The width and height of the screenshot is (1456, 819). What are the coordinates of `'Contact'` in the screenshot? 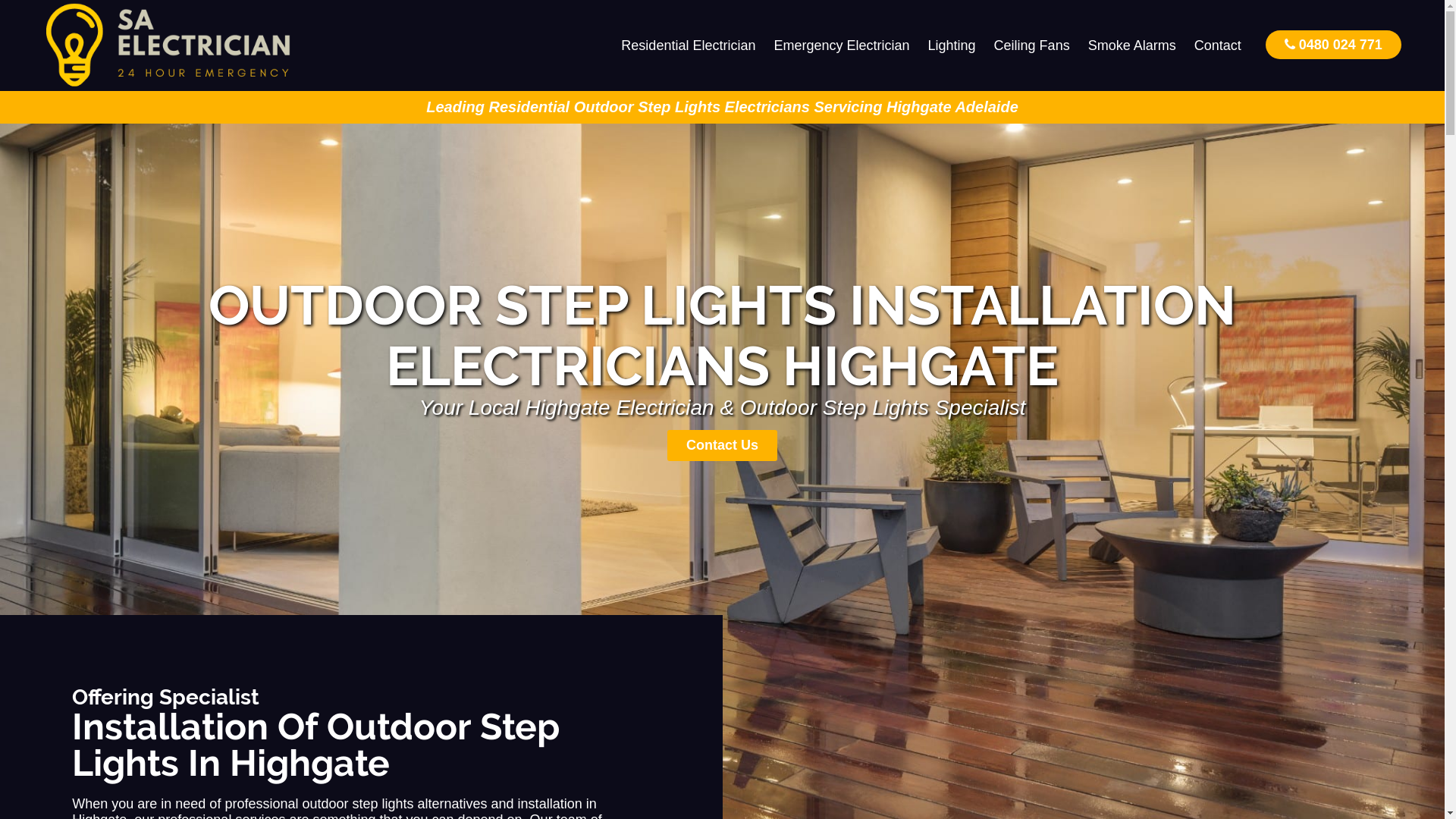 It's located at (1218, 45).